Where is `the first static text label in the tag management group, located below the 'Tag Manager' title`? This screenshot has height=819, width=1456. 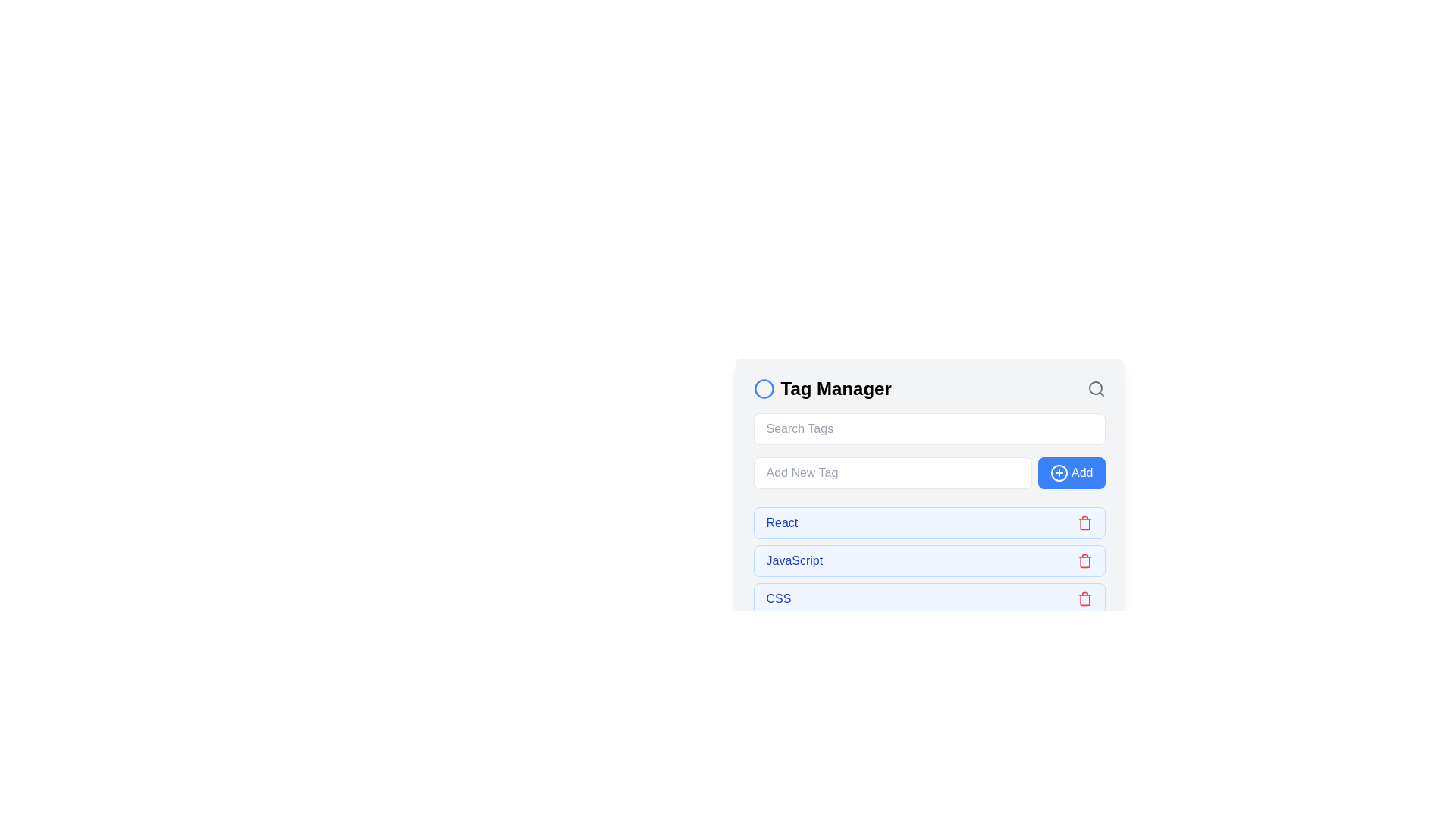 the first static text label in the tag management group, located below the 'Tag Manager' title is located at coordinates (782, 522).